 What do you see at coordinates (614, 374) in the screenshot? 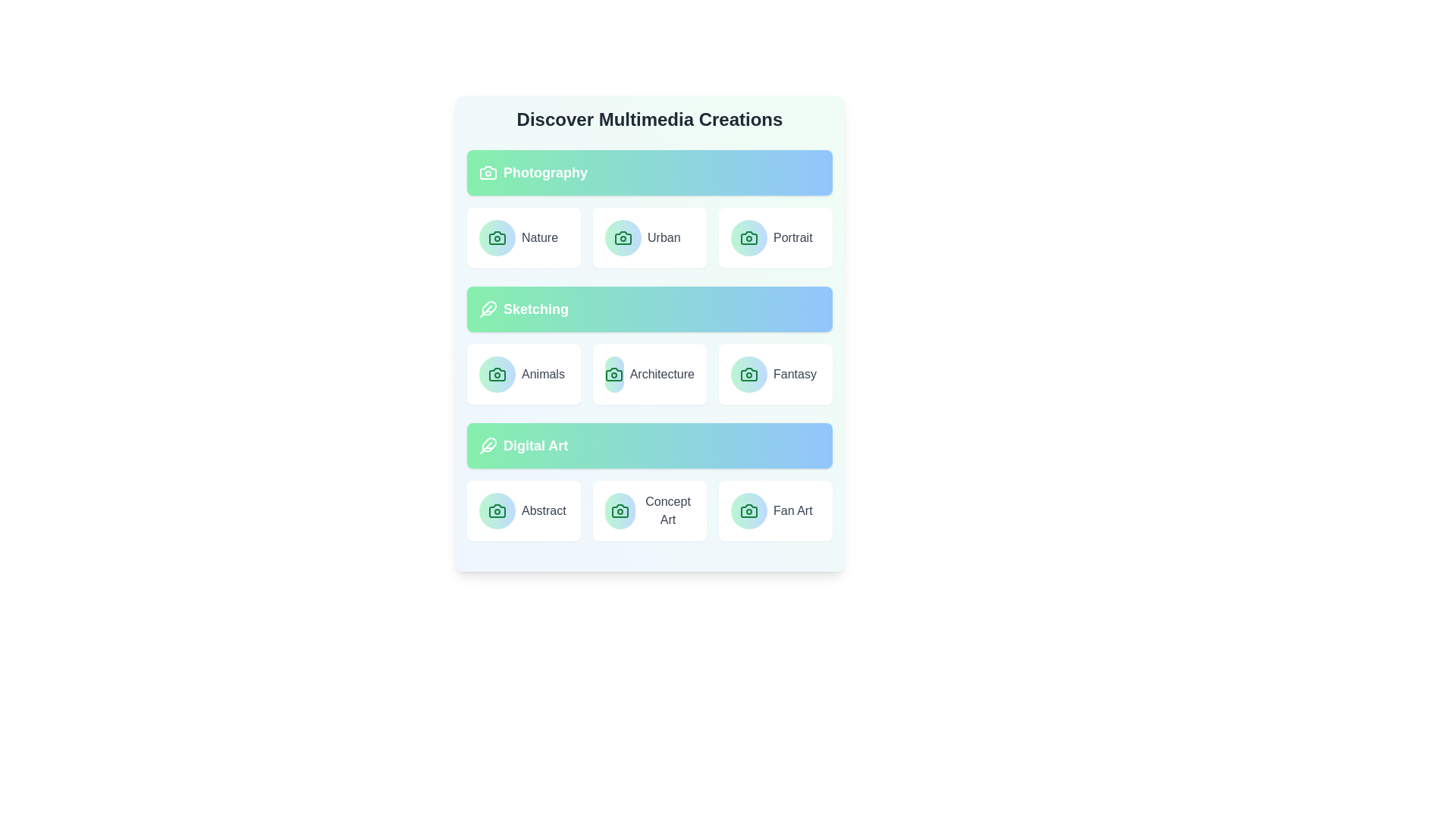
I see `the icon associated with the Architecture category` at bounding box center [614, 374].